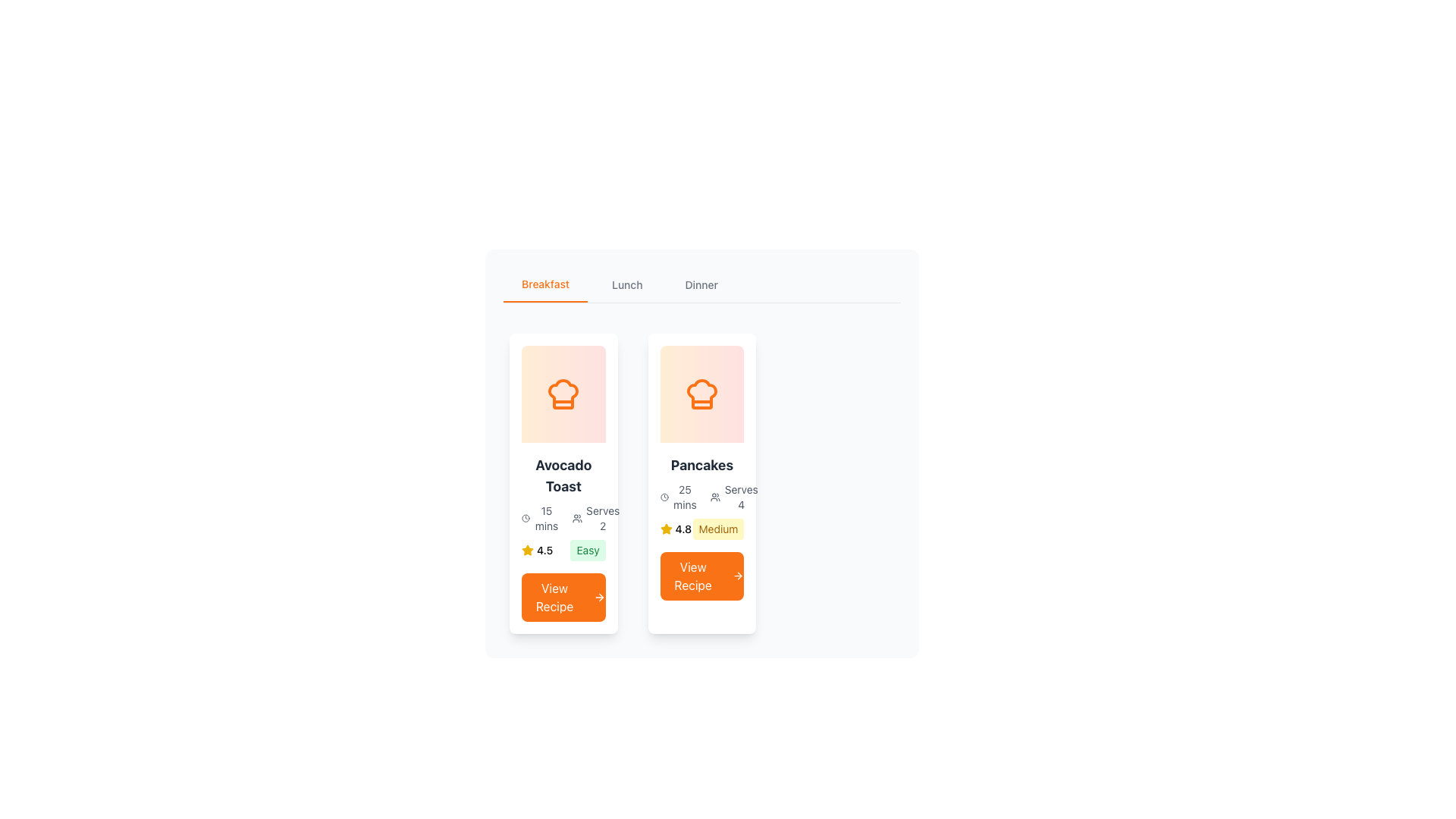 The height and width of the screenshot is (819, 1456). I want to click on numeric rating value displayed in the text label for the 'Pancakes' recipe, located to the right of the yellow star icon beneath the recipe image and title, so click(682, 529).